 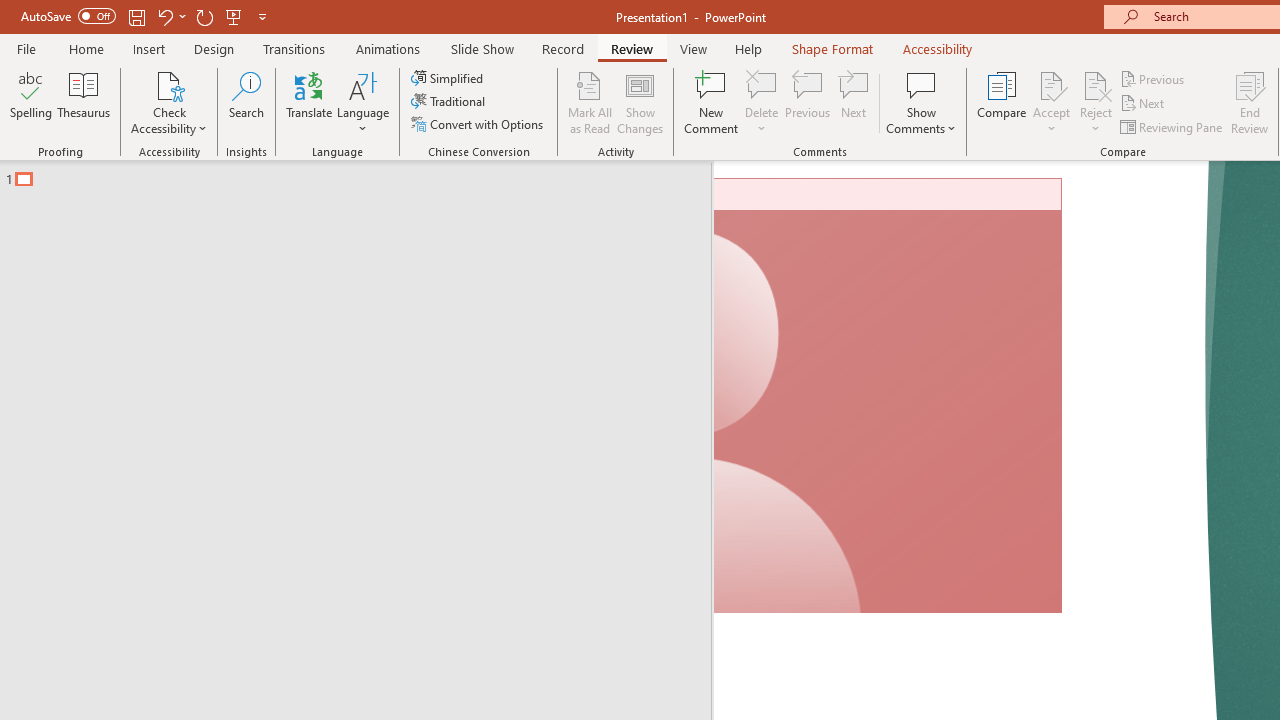 What do you see at coordinates (448, 77) in the screenshot?
I see `'Simplified'` at bounding box center [448, 77].